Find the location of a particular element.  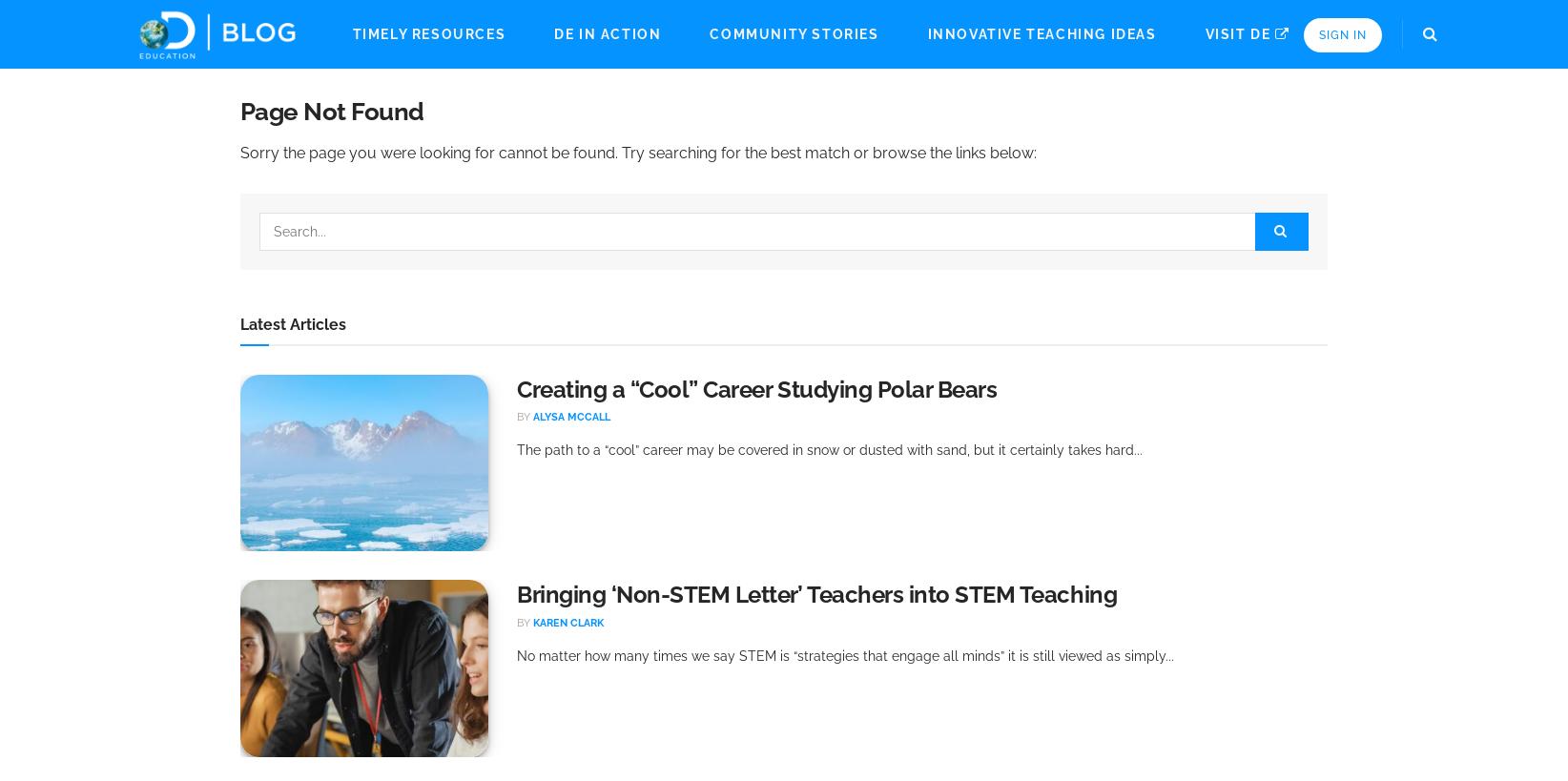

'Community Stories' is located at coordinates (794, 33).